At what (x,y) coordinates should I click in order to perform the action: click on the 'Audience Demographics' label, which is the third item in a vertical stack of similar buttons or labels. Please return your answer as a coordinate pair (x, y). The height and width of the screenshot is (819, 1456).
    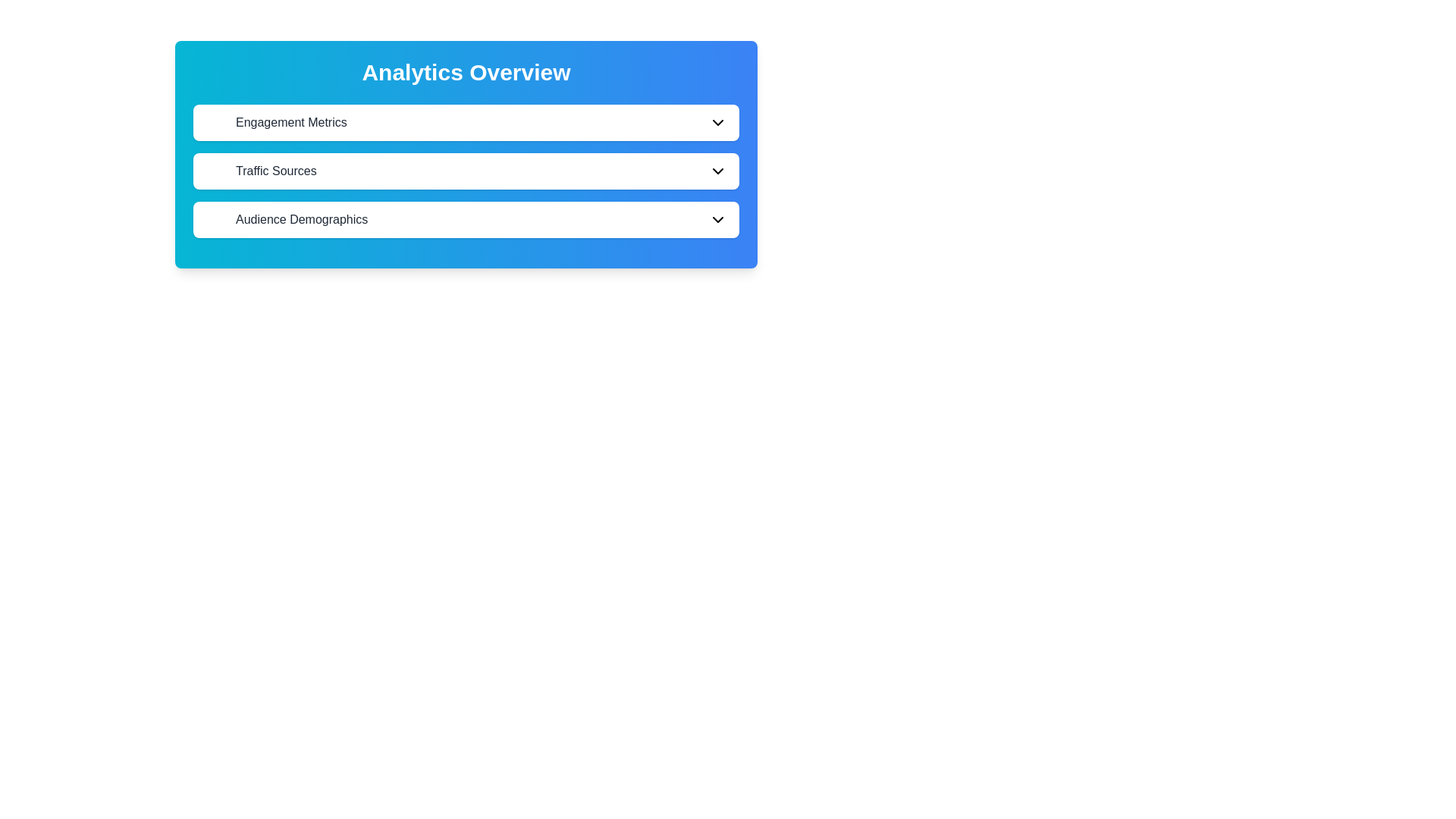
    Looking at the image, I should click on (287, 219).